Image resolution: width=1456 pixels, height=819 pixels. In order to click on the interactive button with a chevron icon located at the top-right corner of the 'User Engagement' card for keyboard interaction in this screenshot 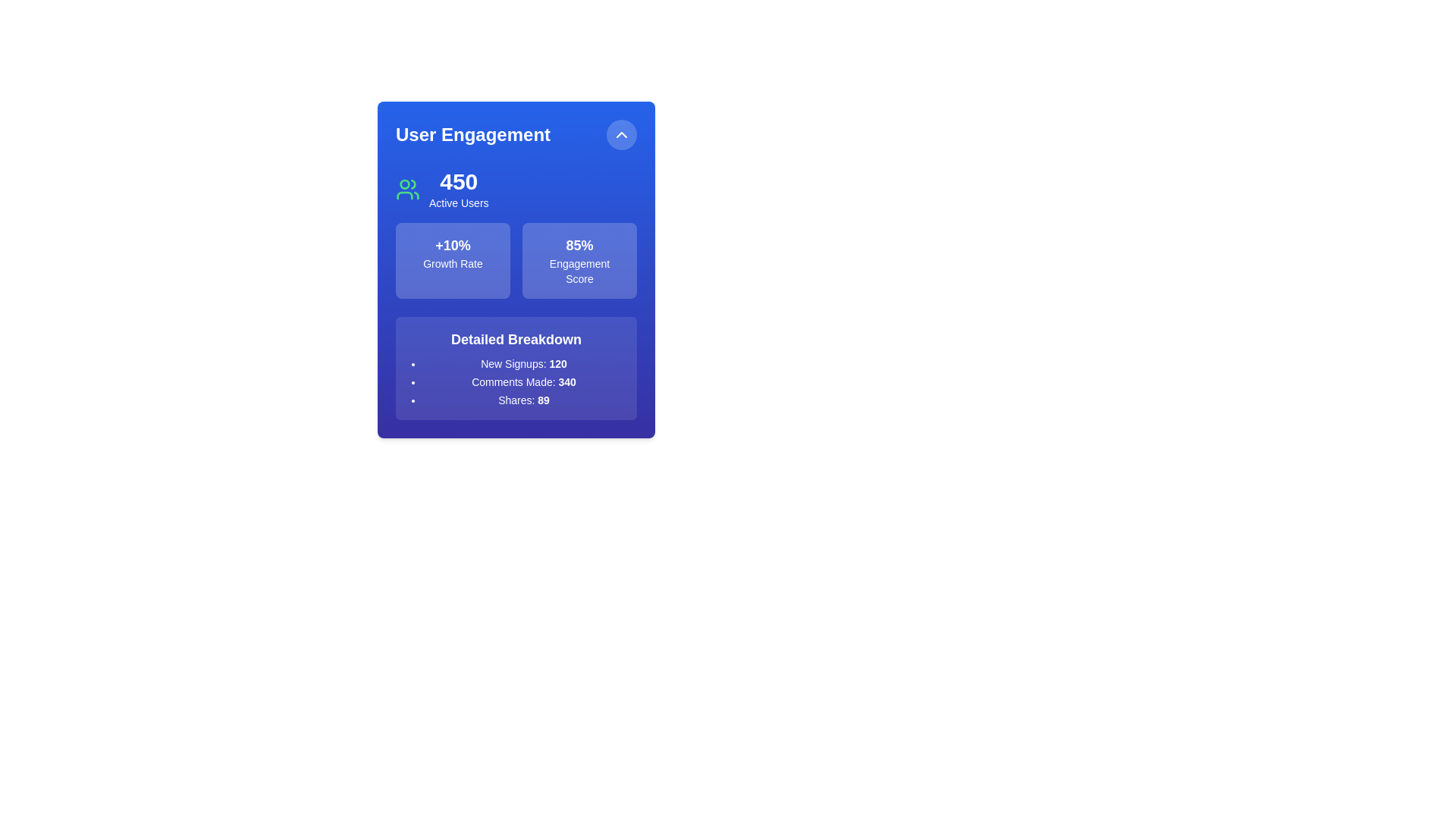, I will do `click(622, 133)`.